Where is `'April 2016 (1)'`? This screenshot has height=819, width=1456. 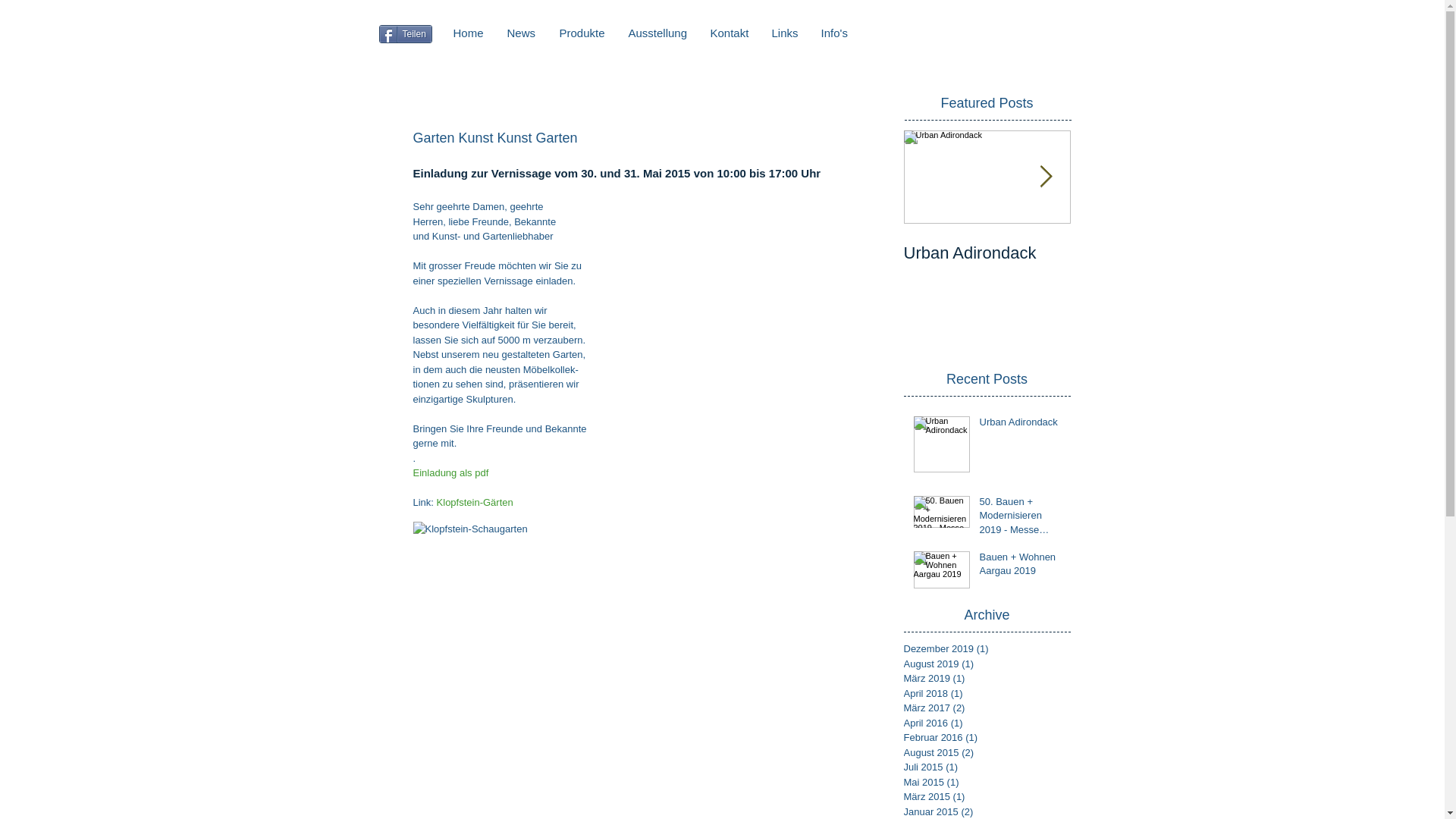
'April 2016 (1)' is located at coordinates (983, 722).